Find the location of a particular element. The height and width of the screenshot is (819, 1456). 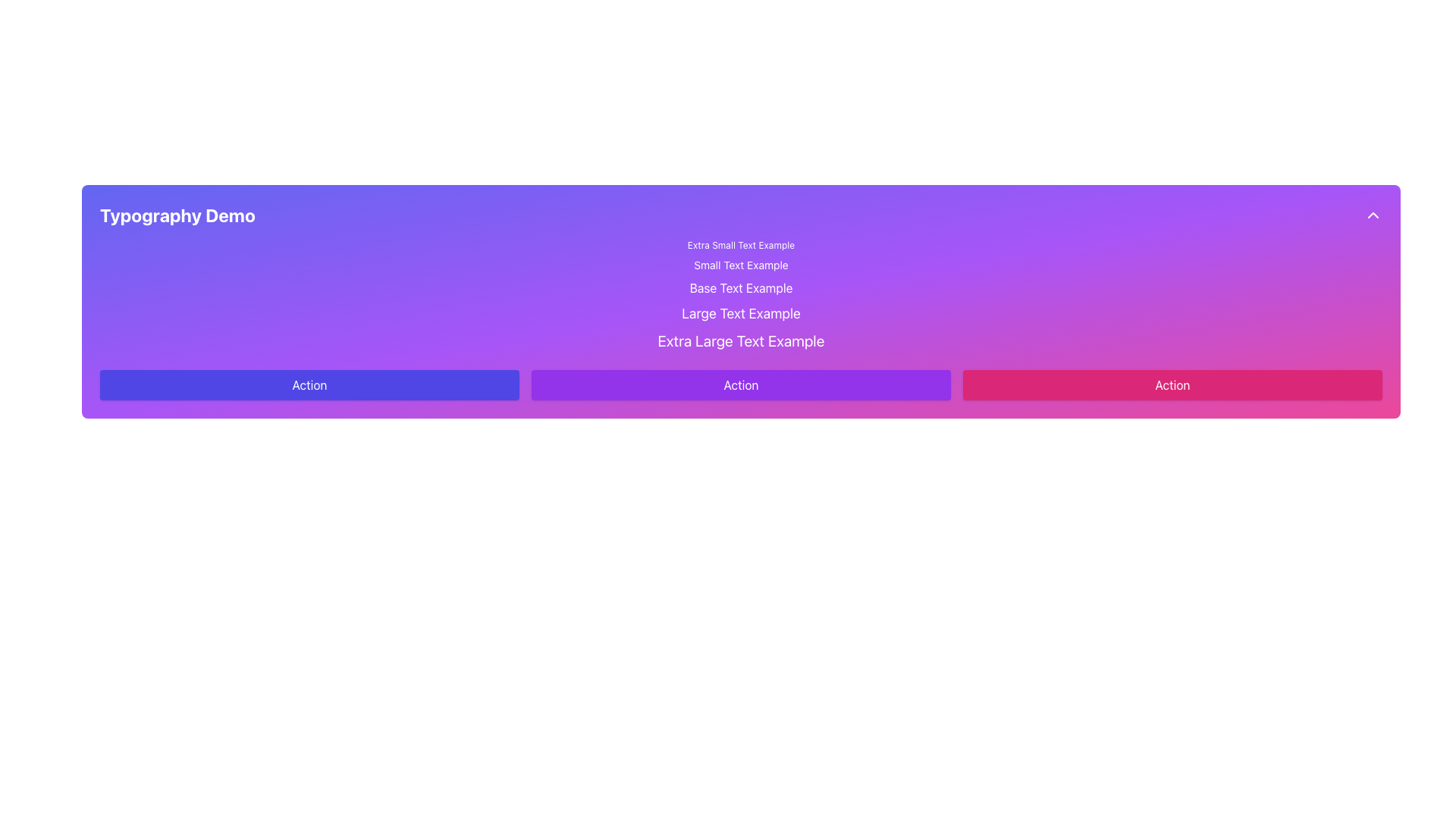

the content of the bold text label that reads 'Typography Demo', positioned towards the top-left corner of the interface is located at coordinates (177, 215).